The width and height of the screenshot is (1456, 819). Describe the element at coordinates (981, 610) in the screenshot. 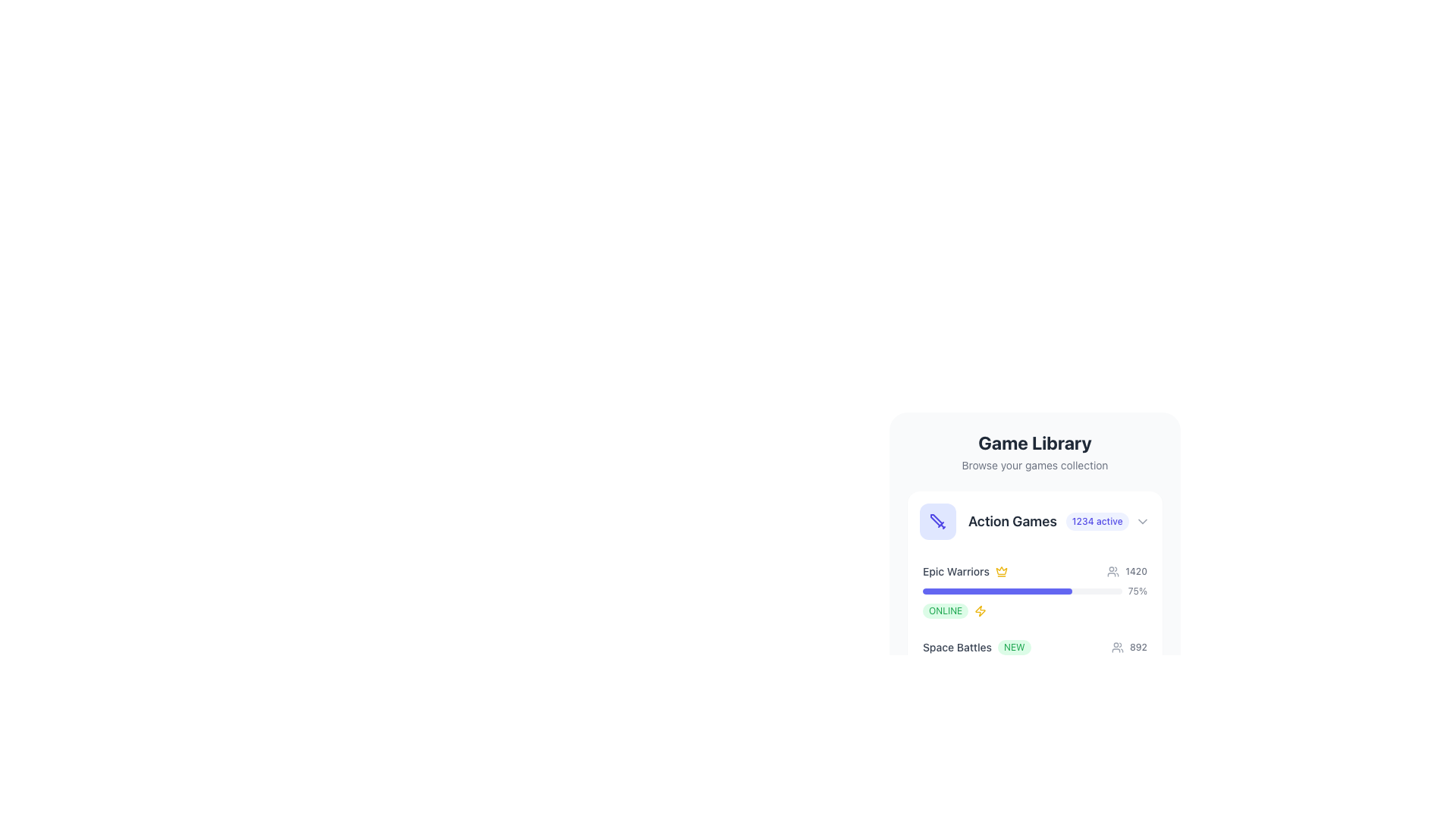

I see `the yellow lightning bolt icon, which is a minimalistic SVG graphic located in the top-right corner of the game-related section` at that location.